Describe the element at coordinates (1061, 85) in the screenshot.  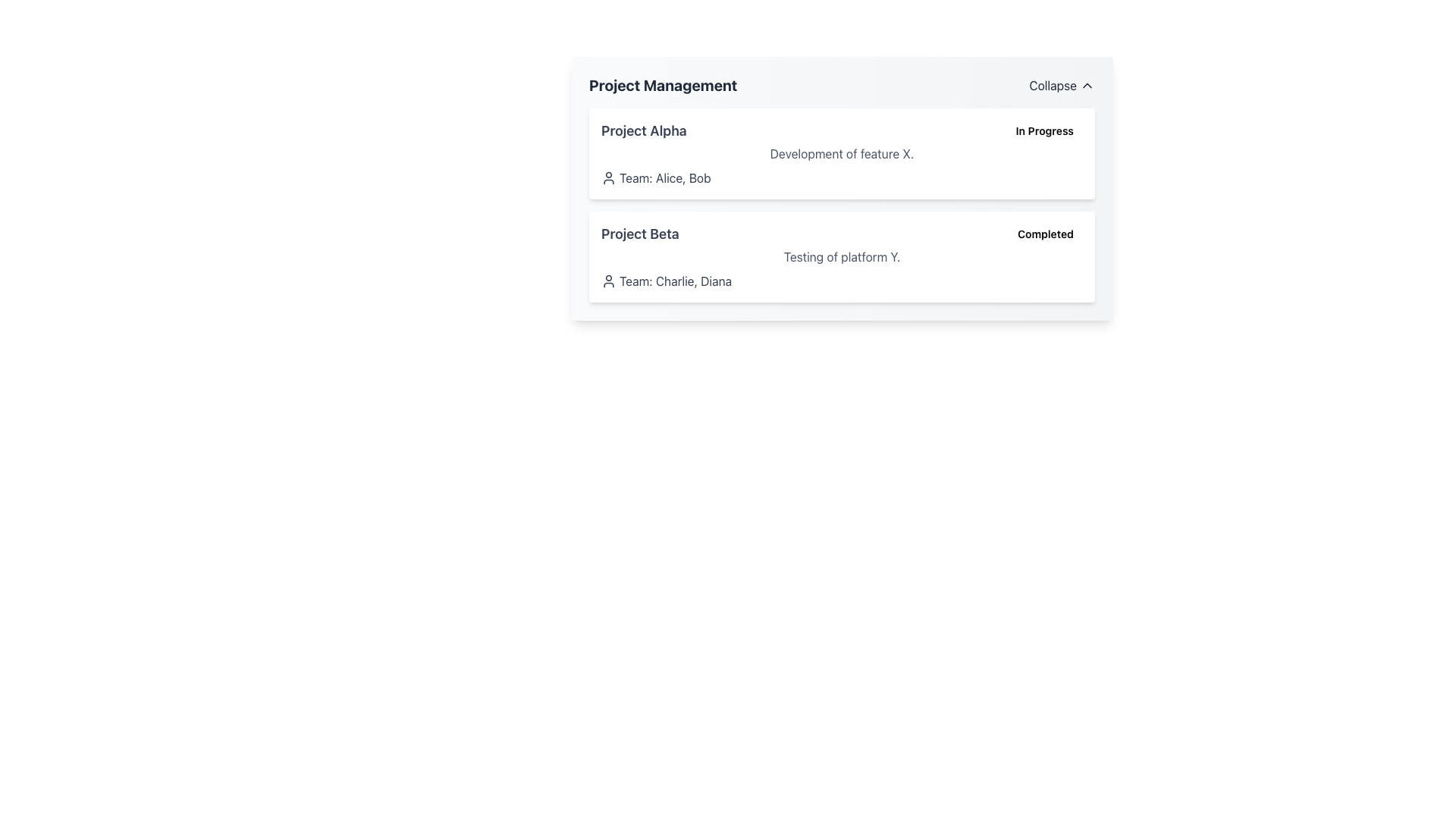
I see `the button located in the top-right corner of the 'Project Management' section` at that location.